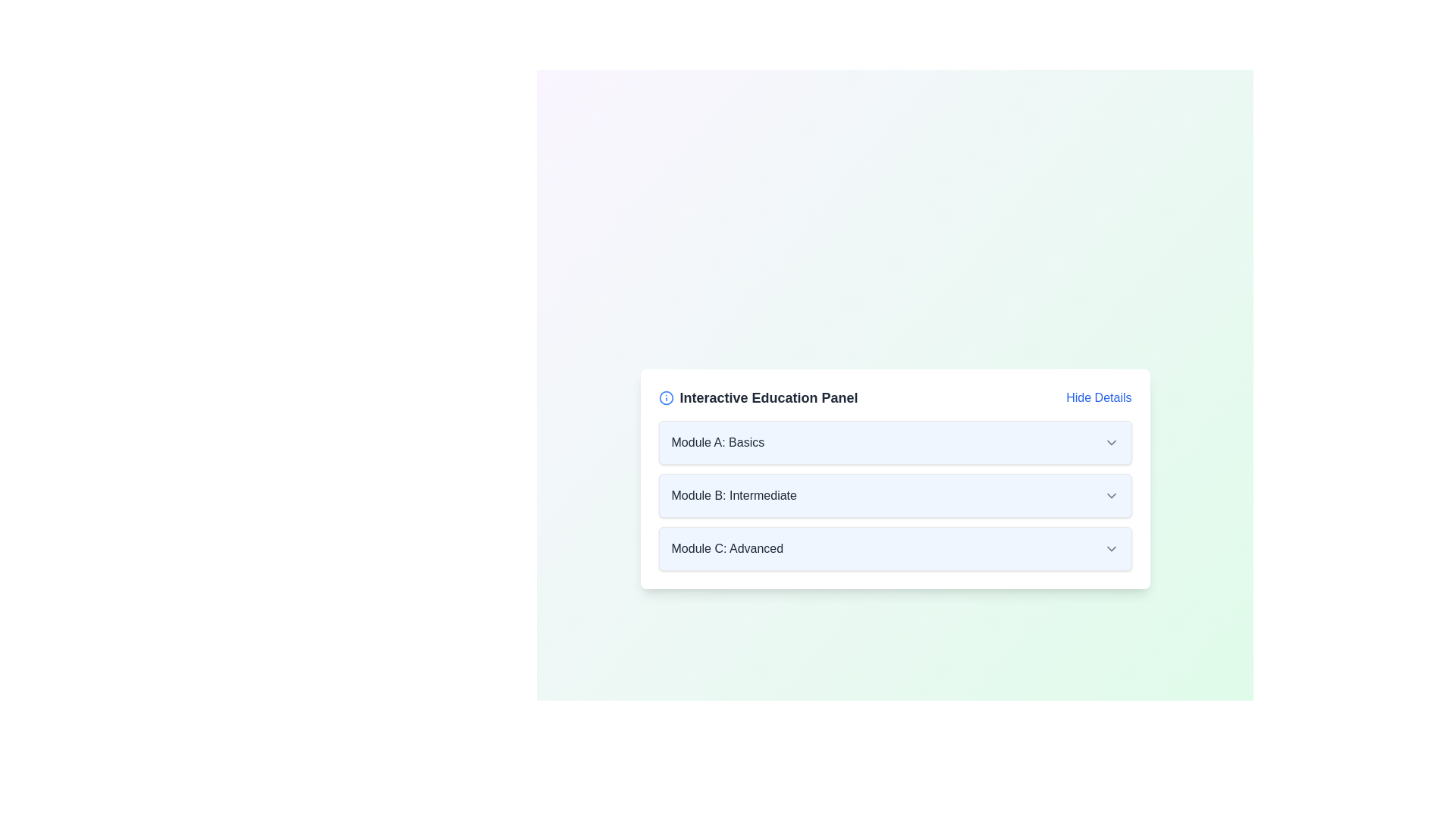  Describe the element at coordinates (734, 496) in the screenshot. I see `text label indicating the title of the second module, which is positioned below 'Module A: Basics' and above 'Module C: Advanced'` at that location.